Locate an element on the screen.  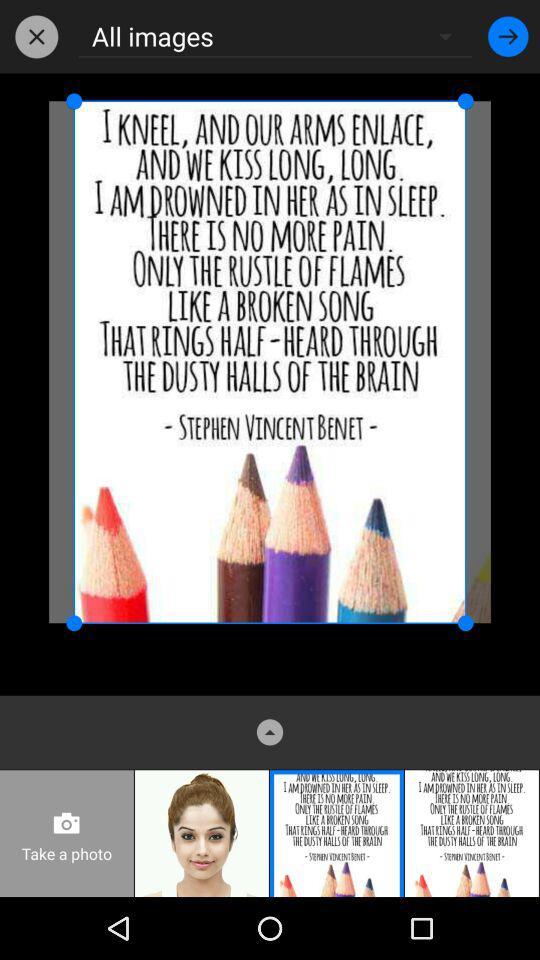
item at the top right corner is located at coordinates (508, 35).